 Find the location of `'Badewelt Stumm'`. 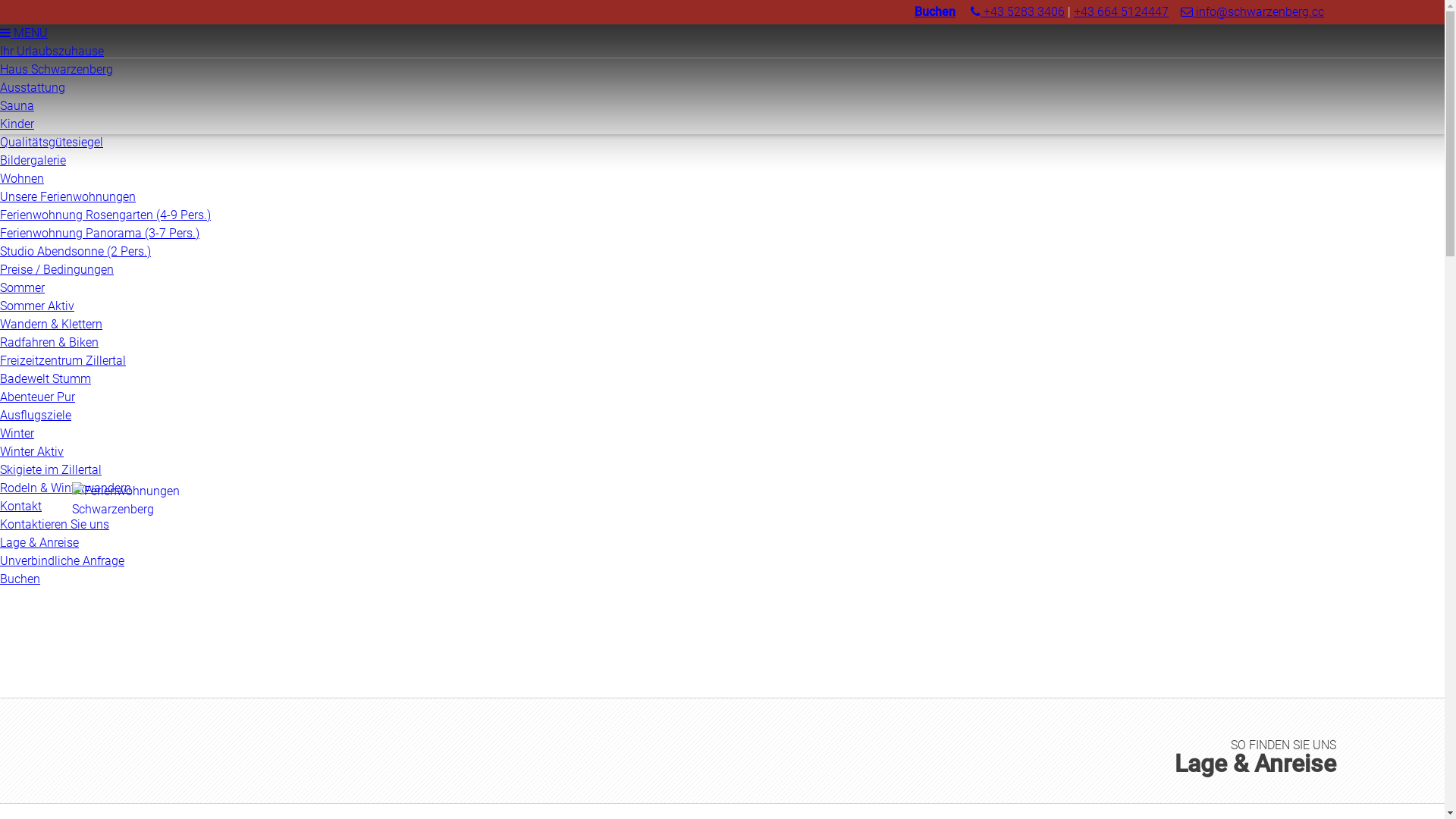

'Badewelt Stumm' is located at coordinates (45, 378).